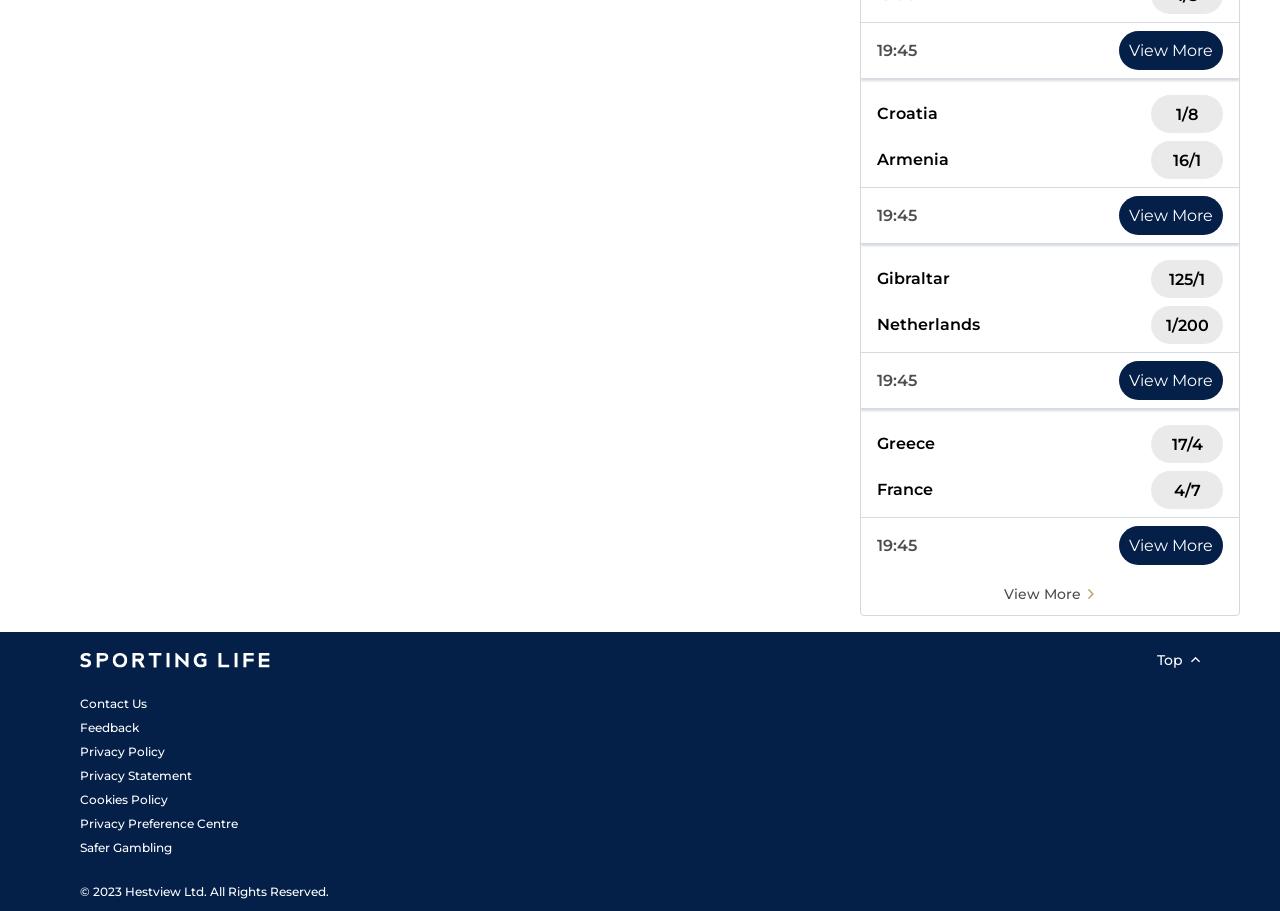 Image resolution: width=1280 pixels, height=911 pixels. I want to click on 'Privacy Statement', so click(134, 775).